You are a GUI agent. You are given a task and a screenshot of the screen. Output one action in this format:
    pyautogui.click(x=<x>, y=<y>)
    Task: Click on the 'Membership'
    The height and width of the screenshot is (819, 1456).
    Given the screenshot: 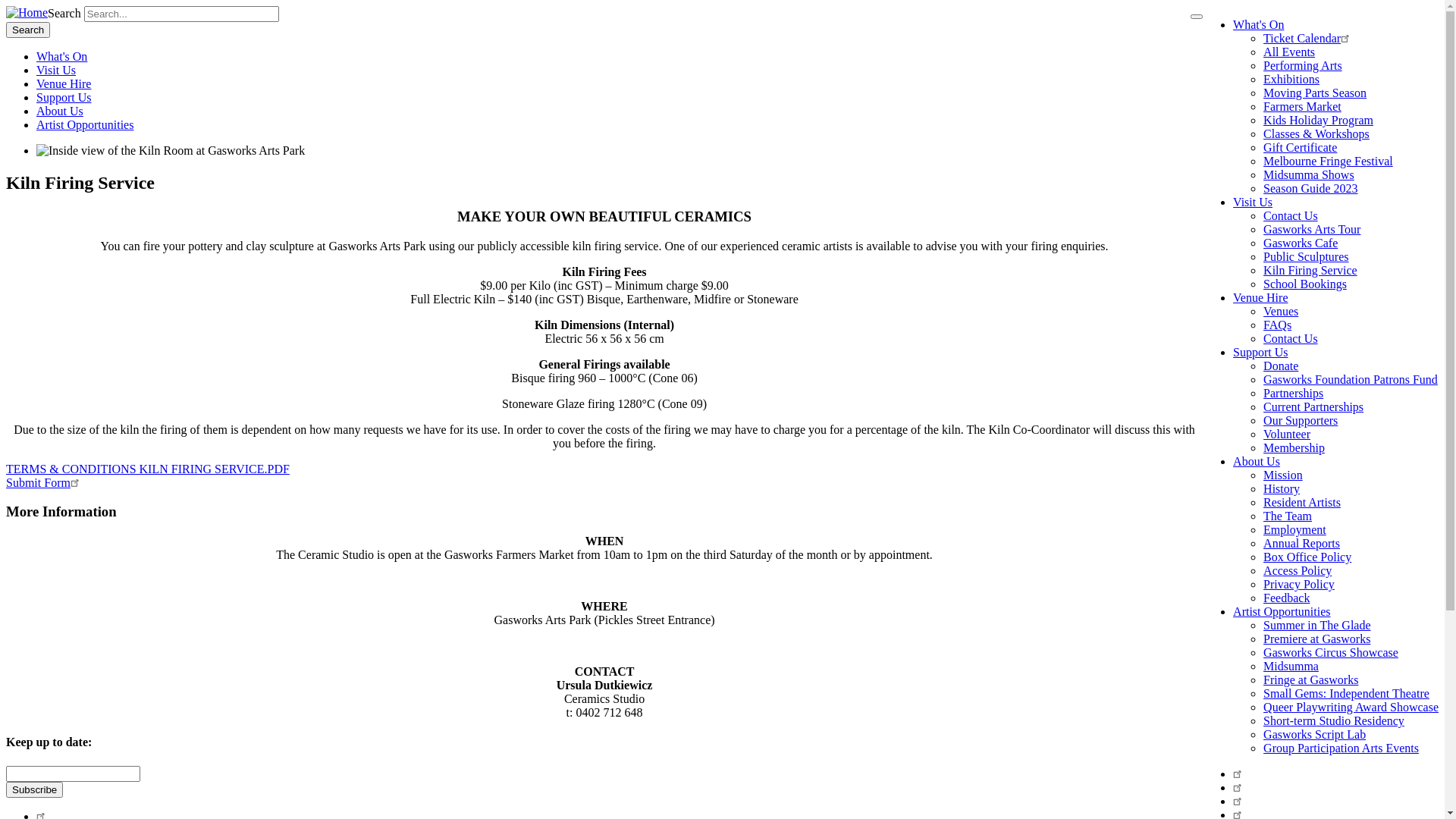 What is the action you would take?
    pyautogui.click(x=1293, y=447)
    